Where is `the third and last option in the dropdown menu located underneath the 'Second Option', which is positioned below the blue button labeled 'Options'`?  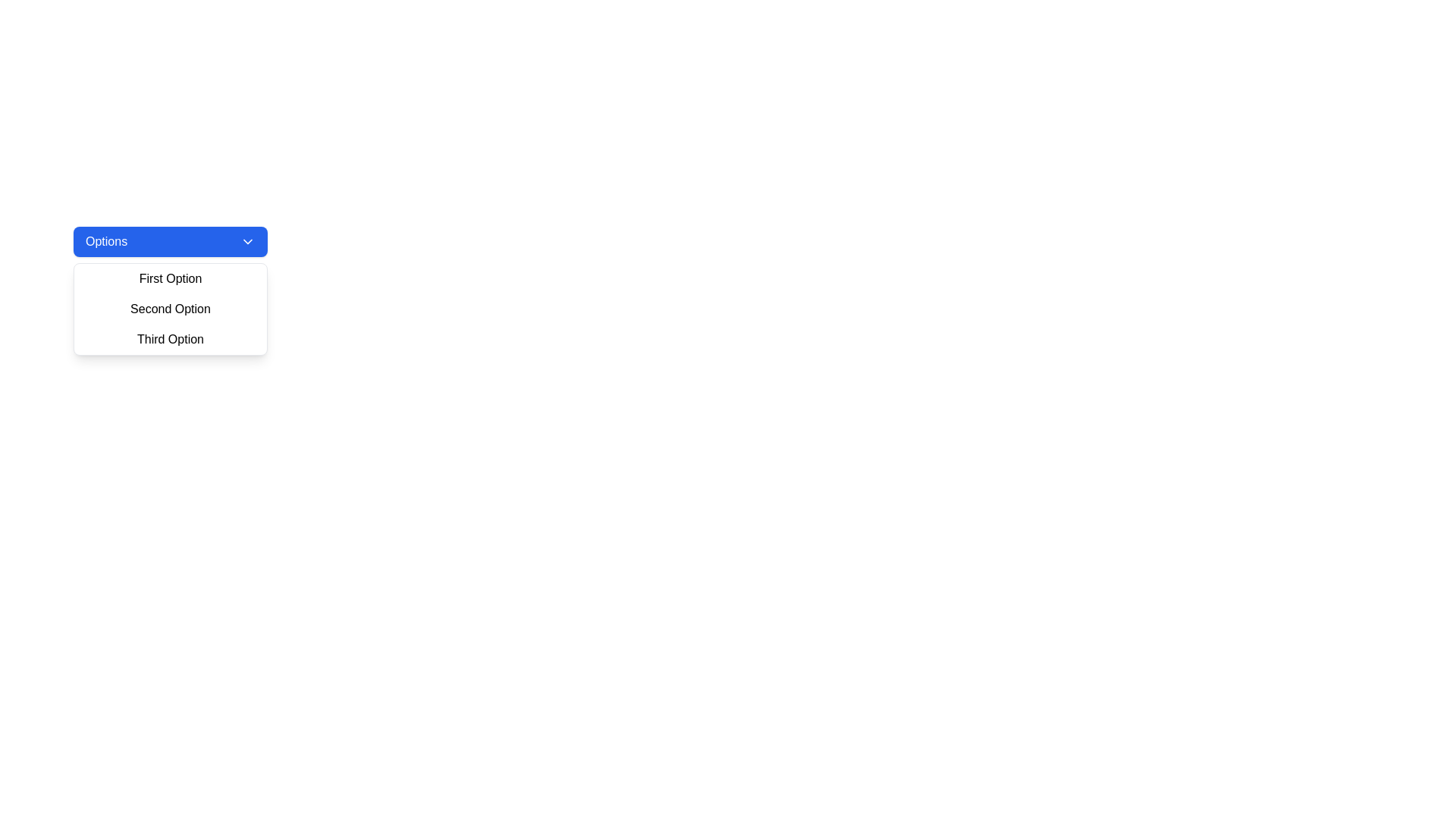
the third and last option in the dropdown menu located underneath the 'Second Option', which is positioned below the blue button labeled 'Options' is located at coordinates (171, 338).